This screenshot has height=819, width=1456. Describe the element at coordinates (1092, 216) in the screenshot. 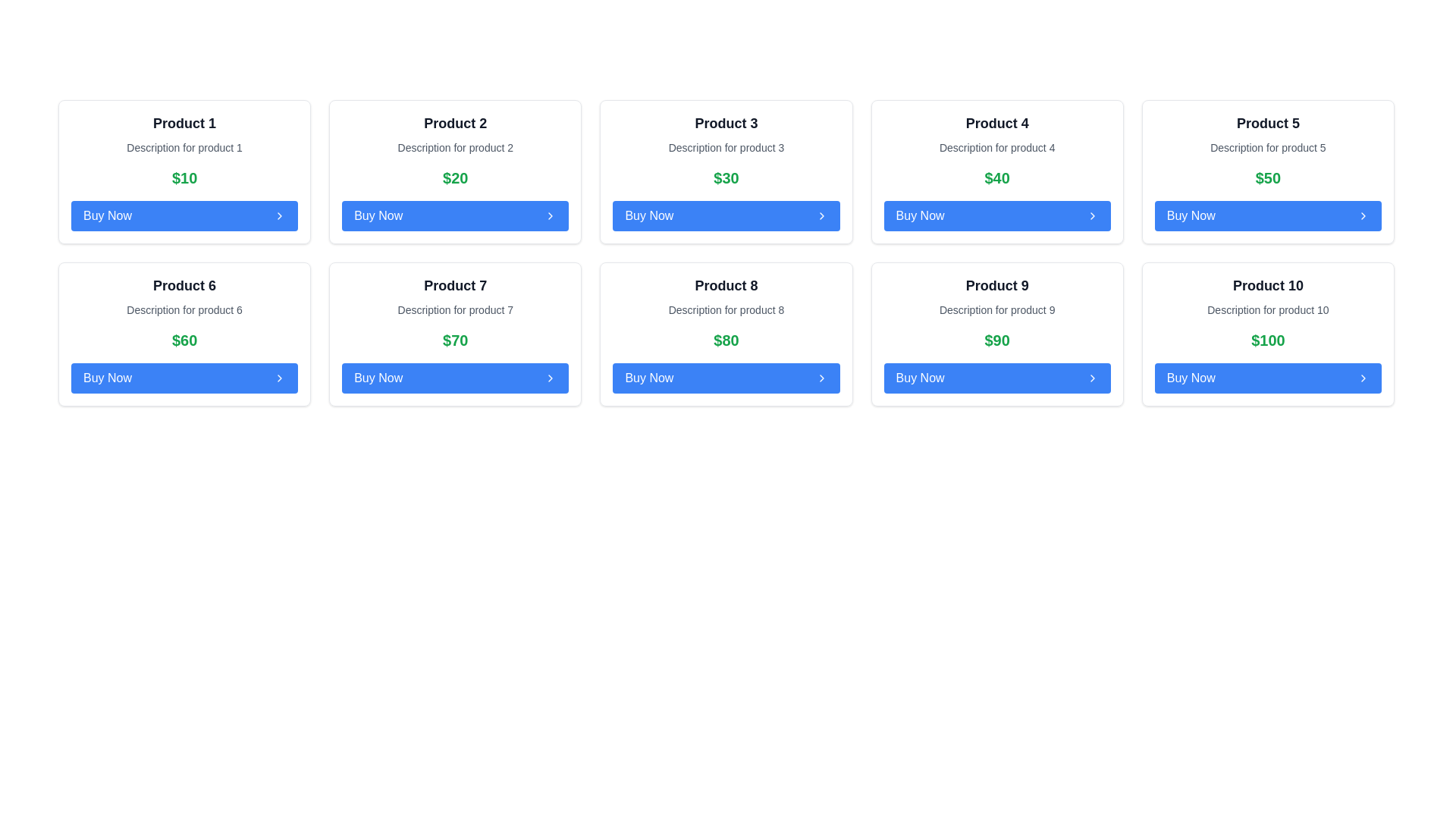

I see `the right-pointing chevron icon inside the 'Buy Now' button in the pricing card for 'Product 5'` at that location.